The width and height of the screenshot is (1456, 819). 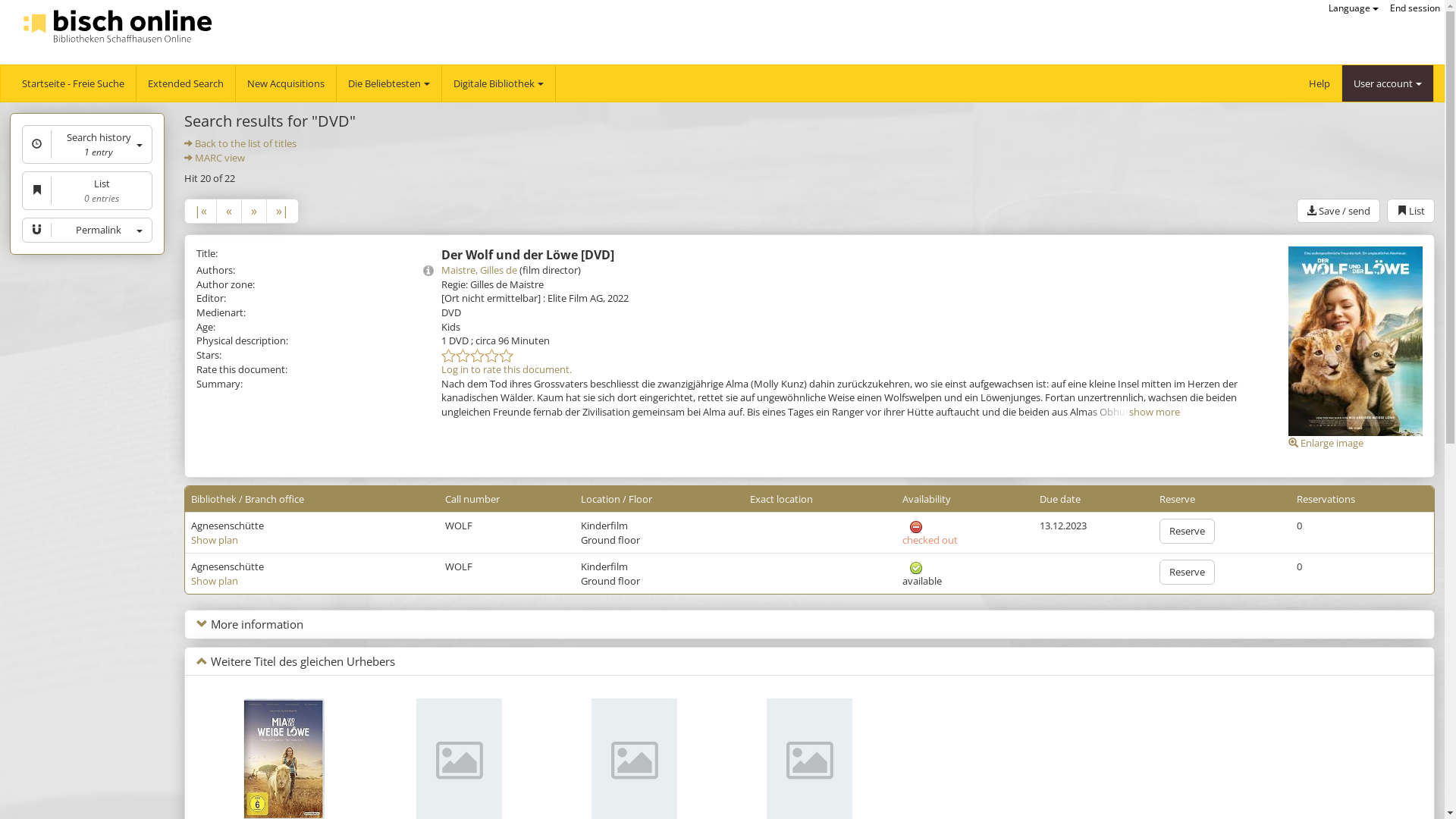 I want to click on 'Details', so click(x=428, y=268).